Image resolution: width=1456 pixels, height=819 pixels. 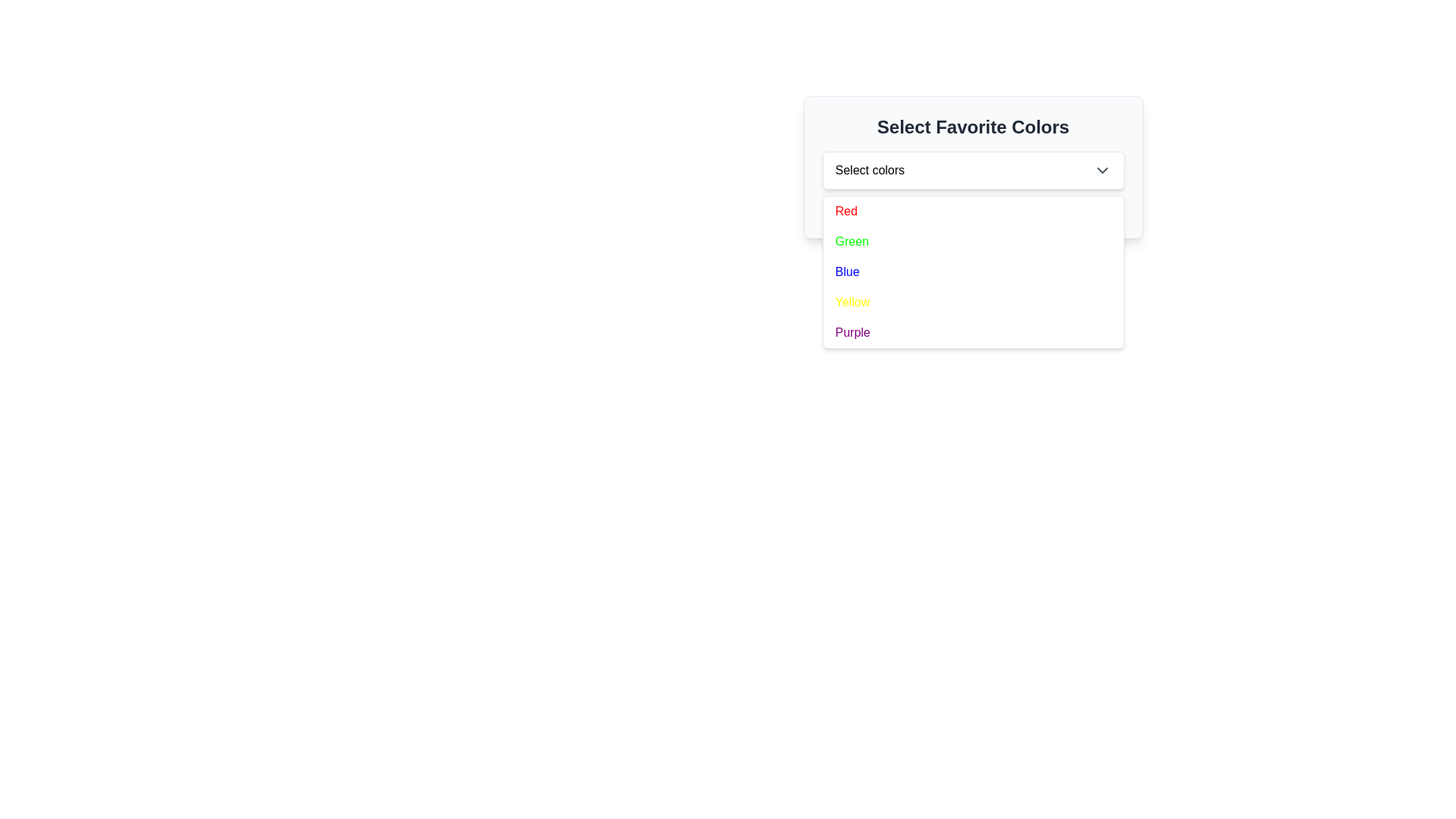 What do you see at coordinates (846, 211) in the screenshot?
I see `the 'Red' color option in the dropdown menu, which is the first item below the 'Select colors' prompt` at bounding box center [846, 211].